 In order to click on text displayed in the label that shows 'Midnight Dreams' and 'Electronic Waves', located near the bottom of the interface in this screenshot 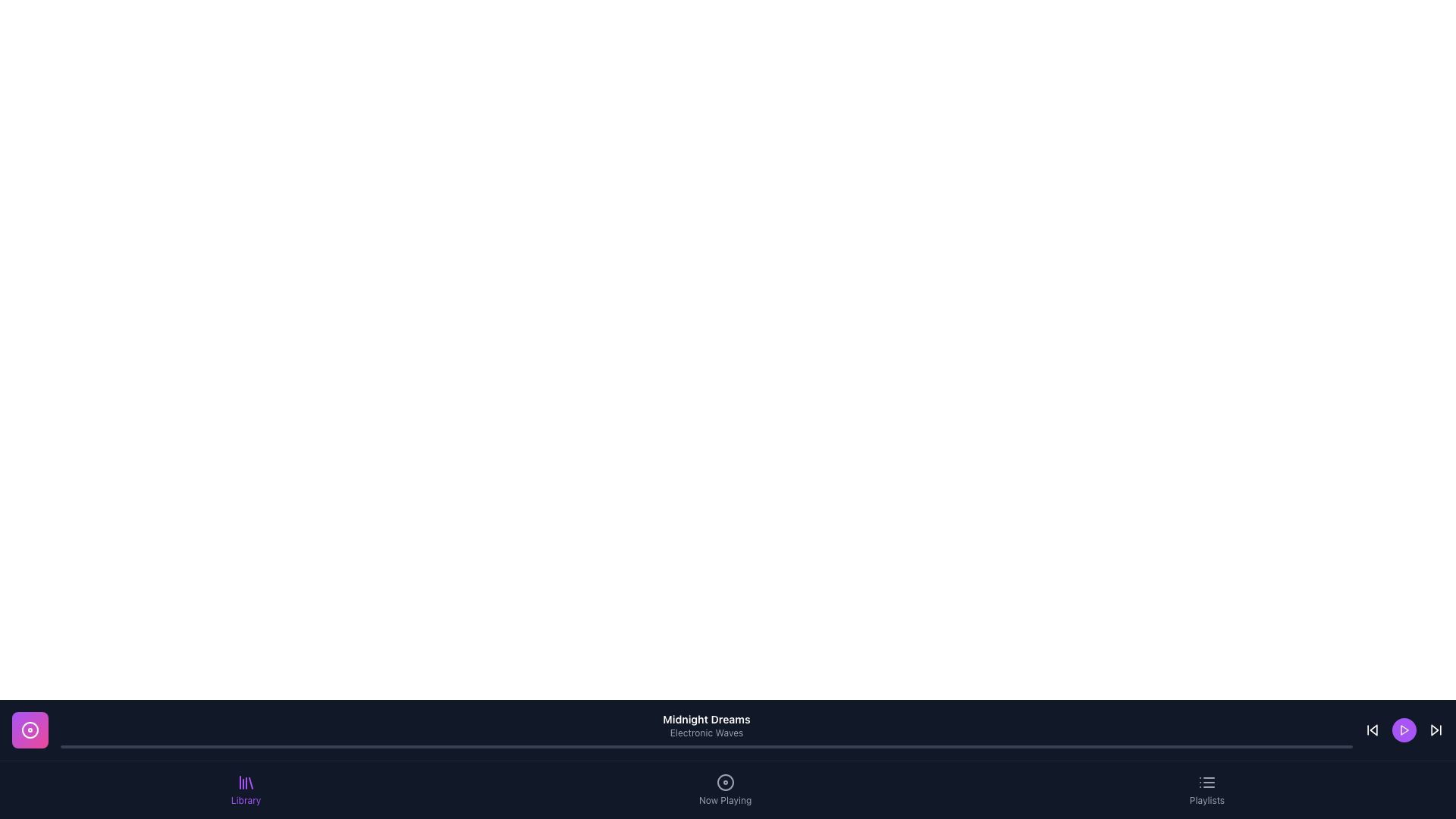, I will do `click(705, 730)`.